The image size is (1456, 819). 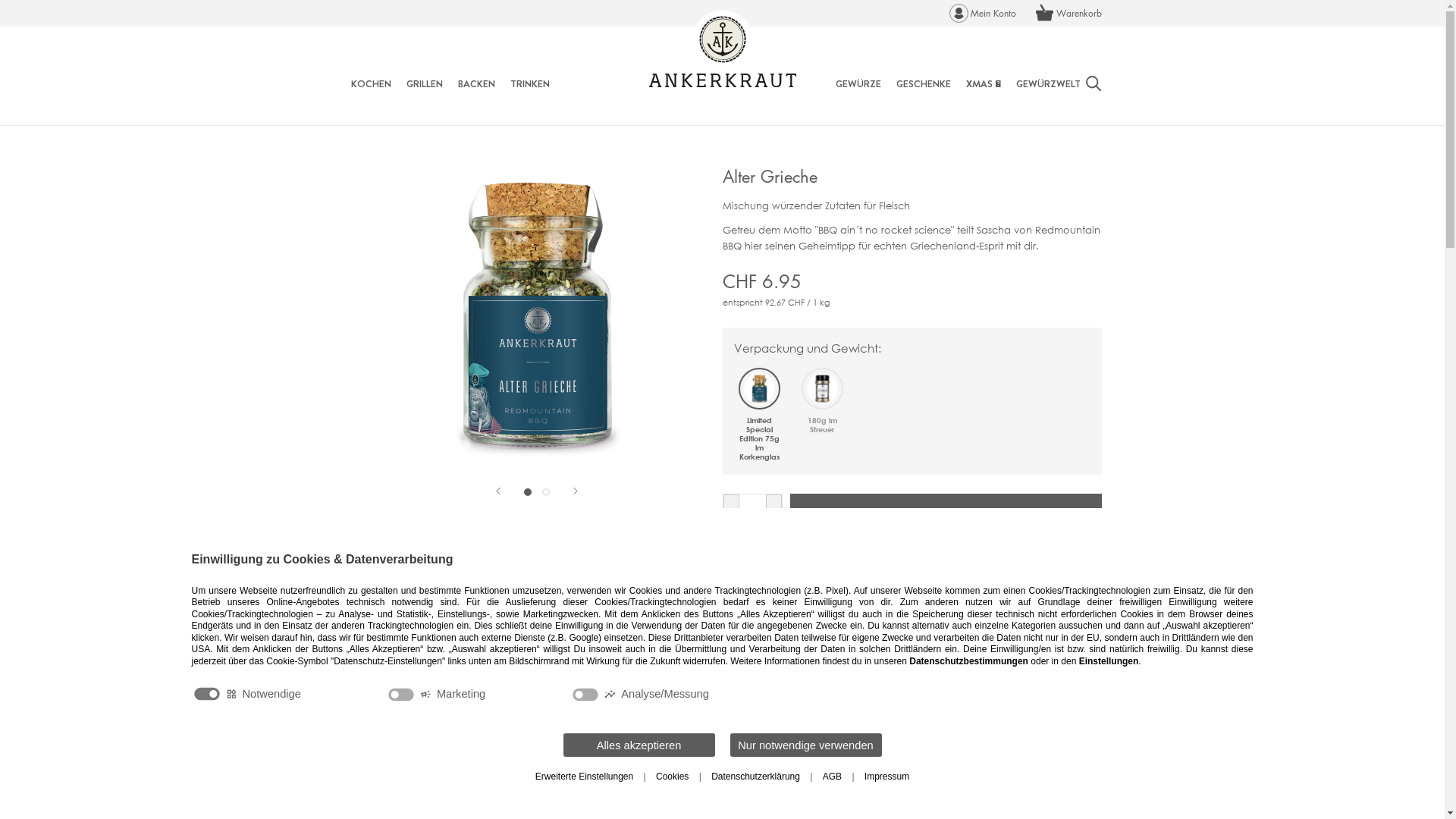 What do you see at coordinates (983, 13) in the screenshot?
I see `'Mein Konto'` at bounding box center [983, 13].